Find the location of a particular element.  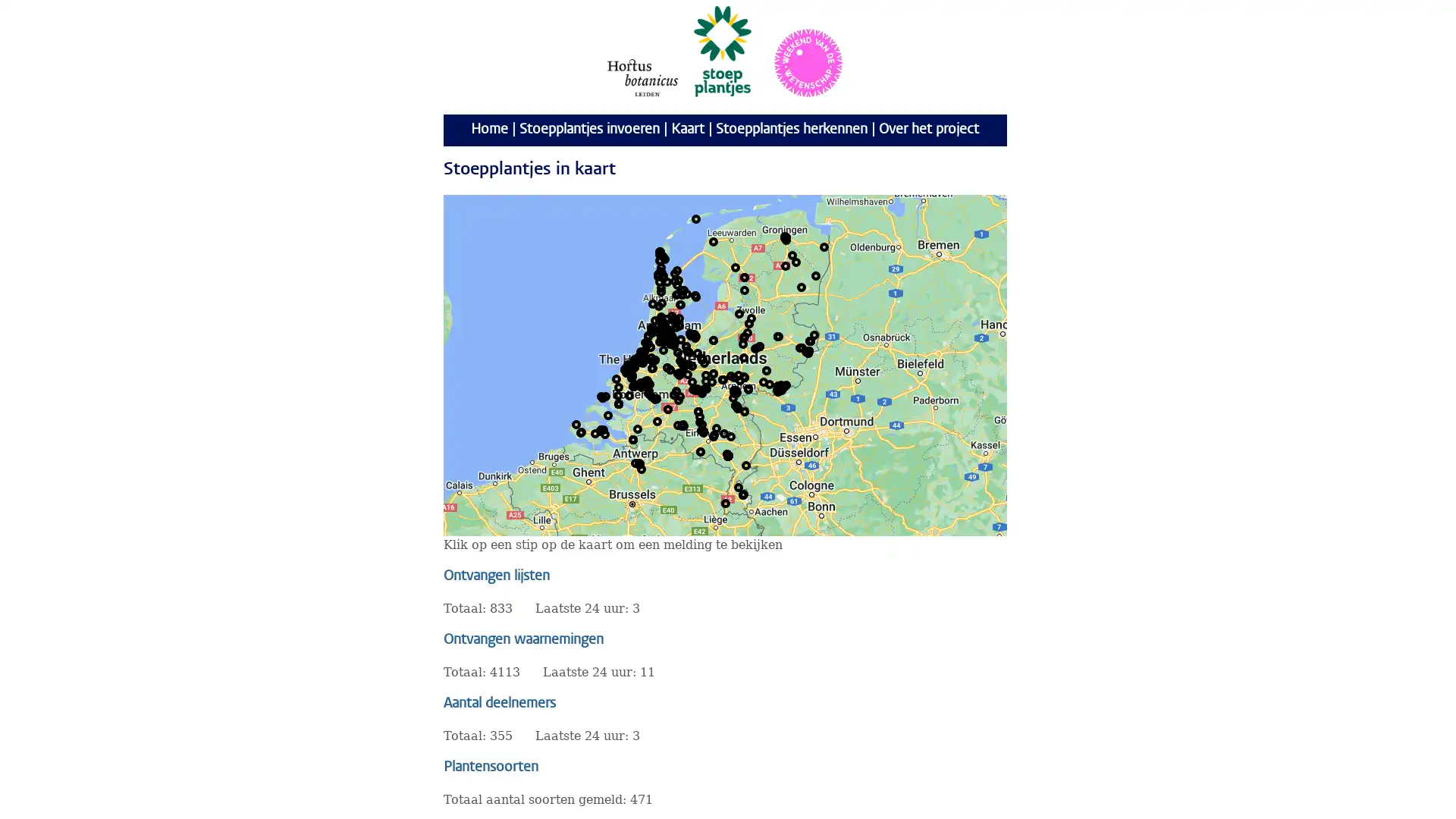

Telling van op 28 oktober 2021 is located at coordinates (639, 463).